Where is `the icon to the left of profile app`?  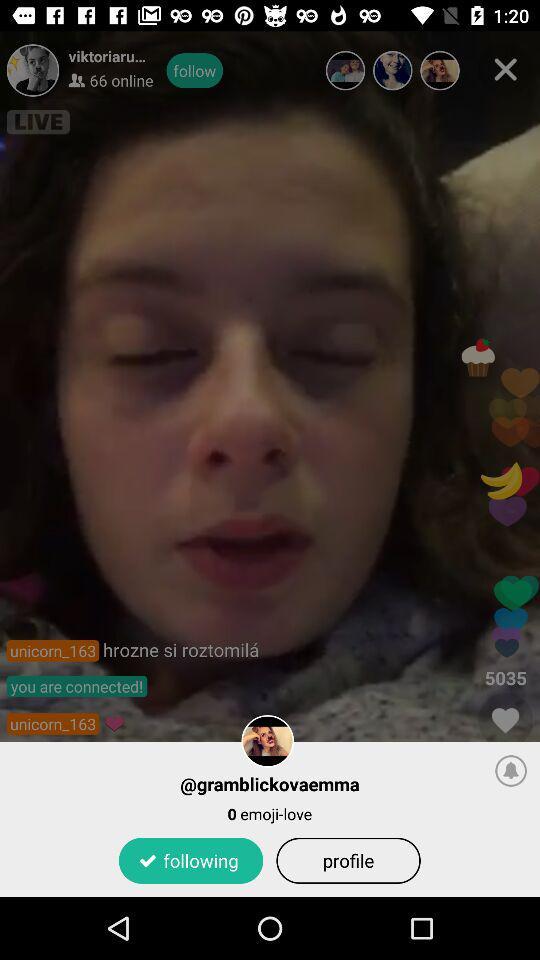 the icon to the left of profile app is located at coordinates (191, 859).